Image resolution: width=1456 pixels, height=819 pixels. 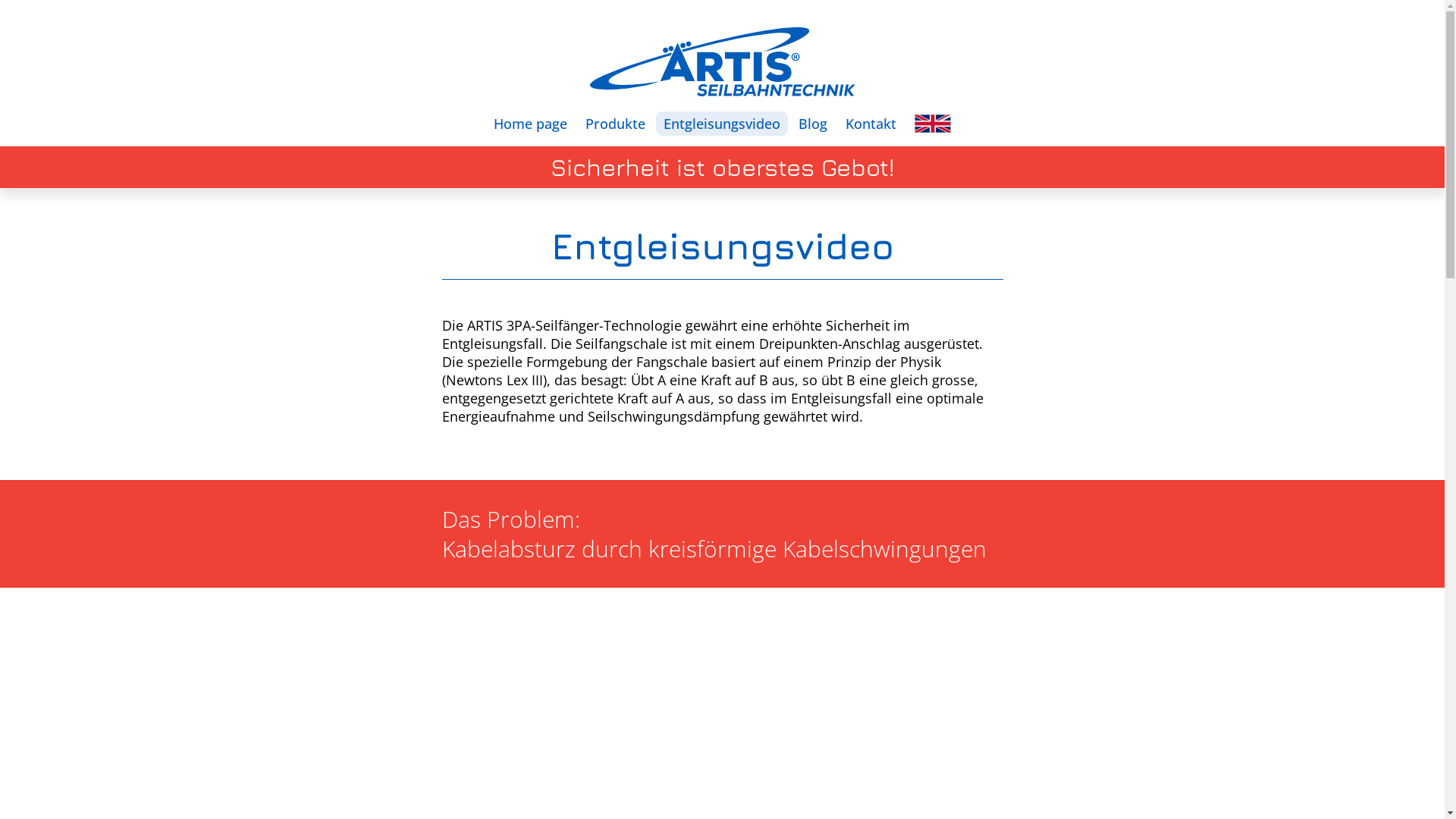 What do you see at coordinates (811, 122) in the screenshot?
I see `'Blog'` at bounding box center [811, 122].